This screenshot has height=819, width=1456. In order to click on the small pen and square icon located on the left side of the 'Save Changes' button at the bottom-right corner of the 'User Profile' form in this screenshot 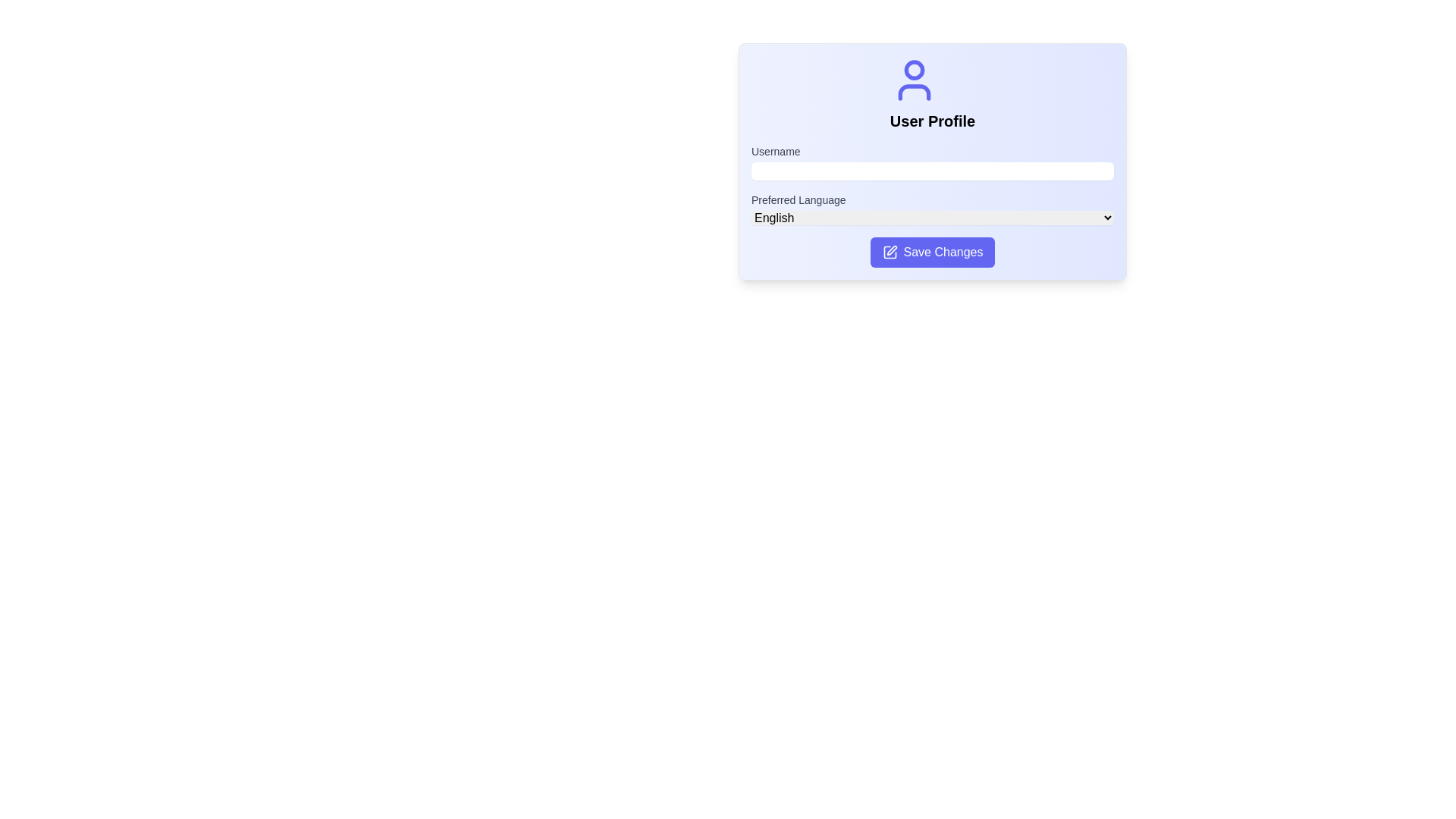, I will do `click(890, 251)`.